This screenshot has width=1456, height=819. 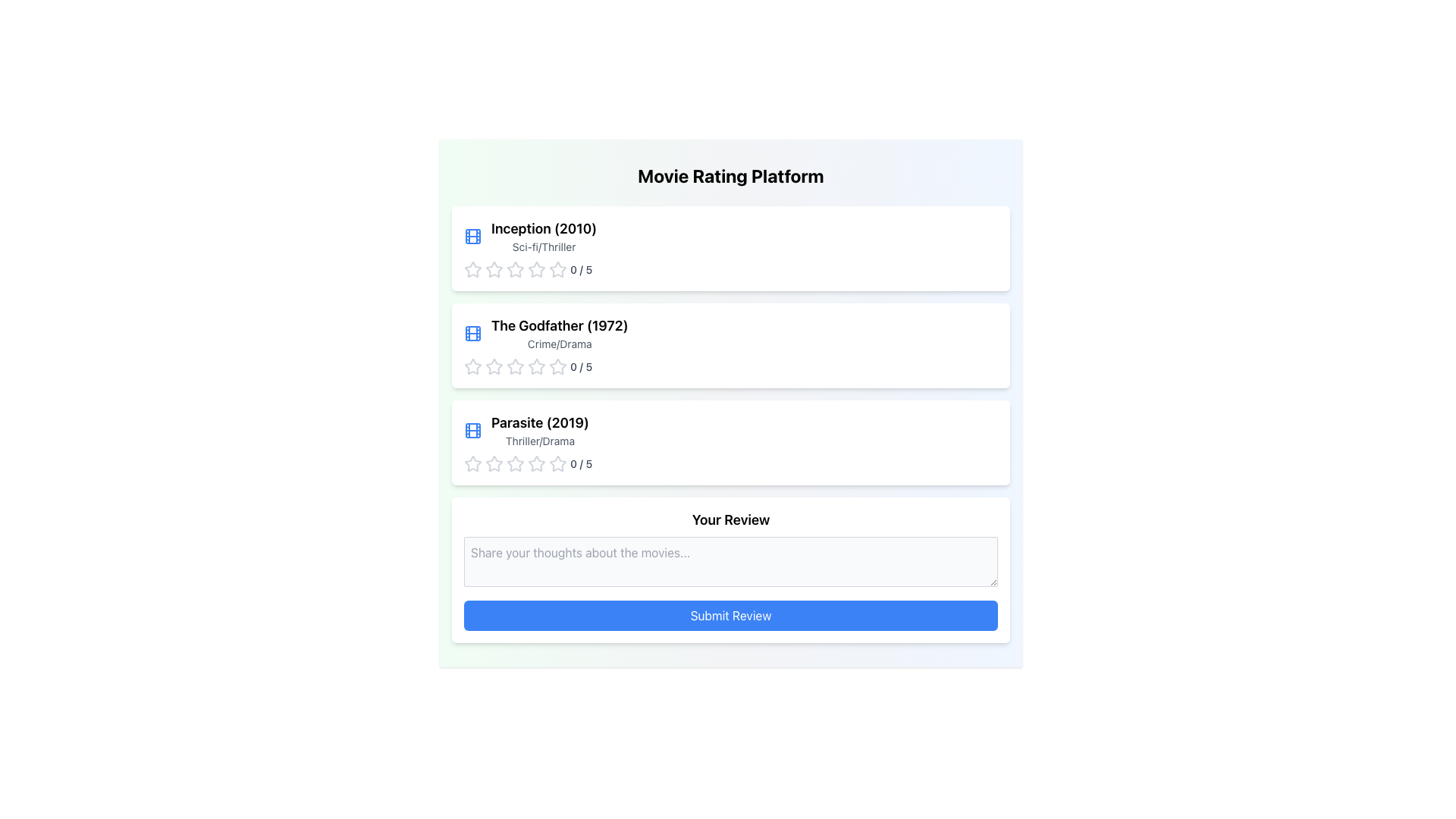 I want to click on the small blue movie reel icon, which is positioned to the left of the movie title 'The Godfather (1972)' in the second entry of a vertical list of movie items, so click(x=472, y=332).